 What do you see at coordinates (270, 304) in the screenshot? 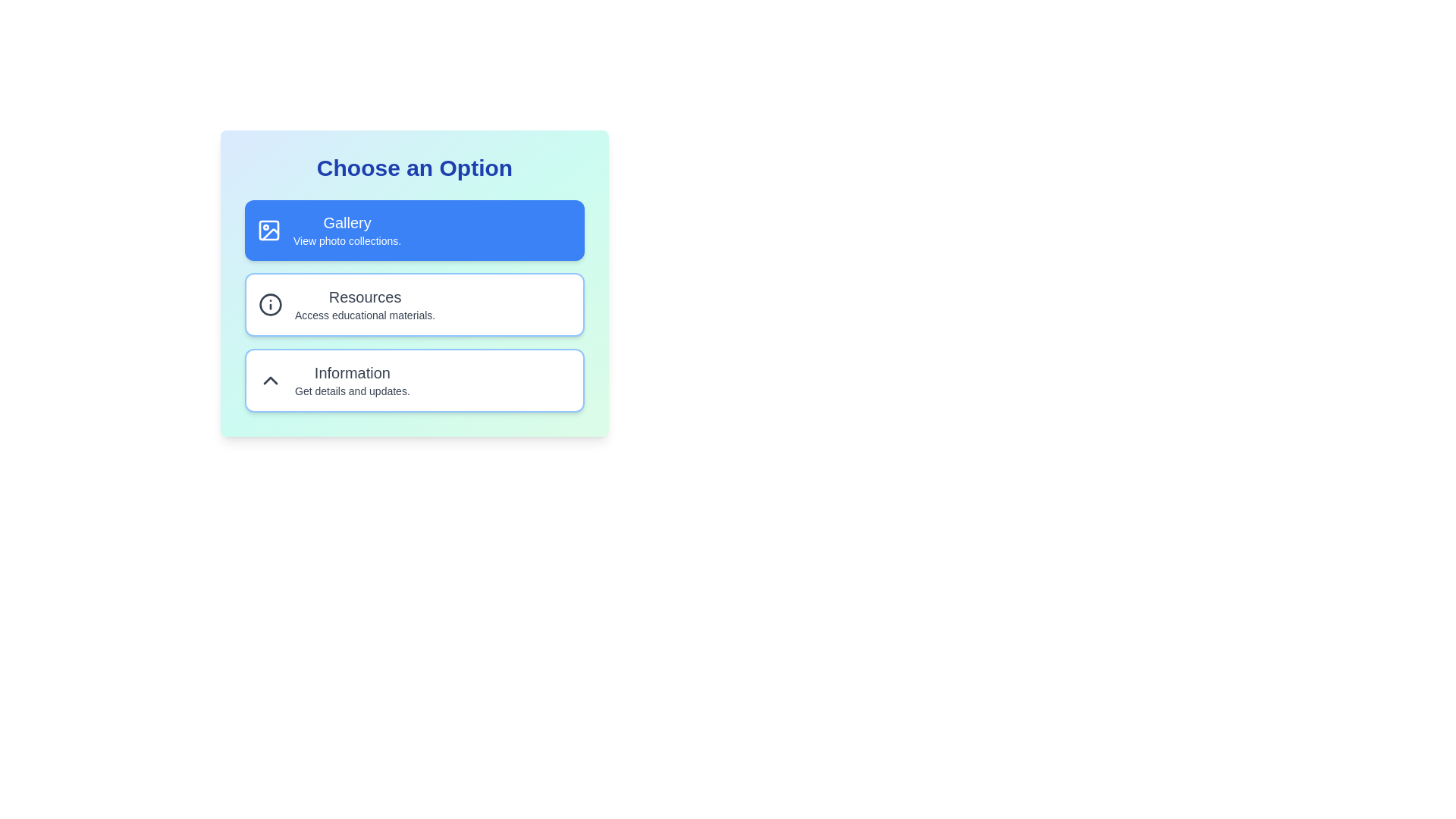
I see `the help icon located on the far left of the 'Resources' card, which is the second card from the top in the options section` at bounding box center [270, 304].